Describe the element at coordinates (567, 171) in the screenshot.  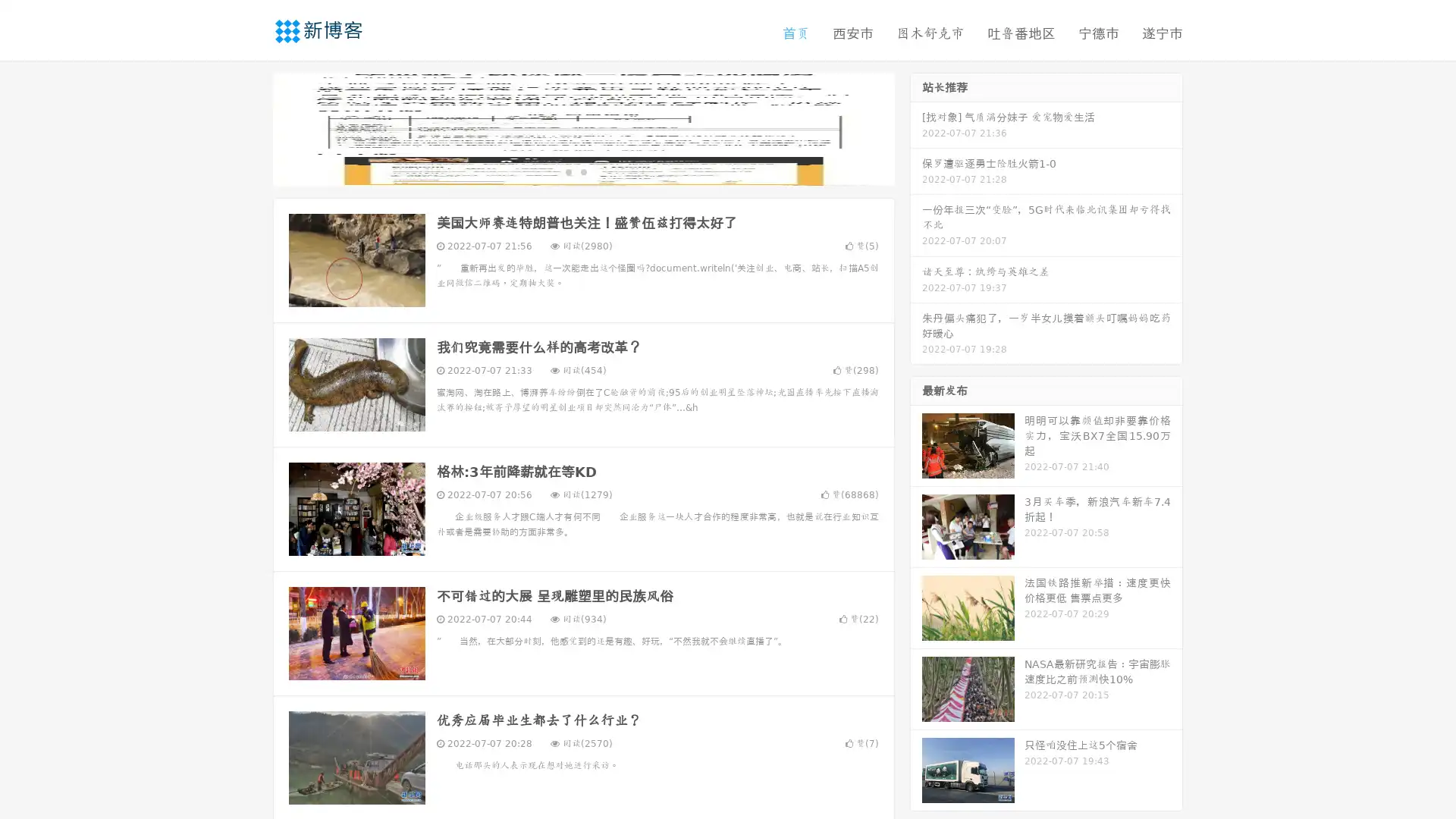
I see `Go to slide 1` at that location.